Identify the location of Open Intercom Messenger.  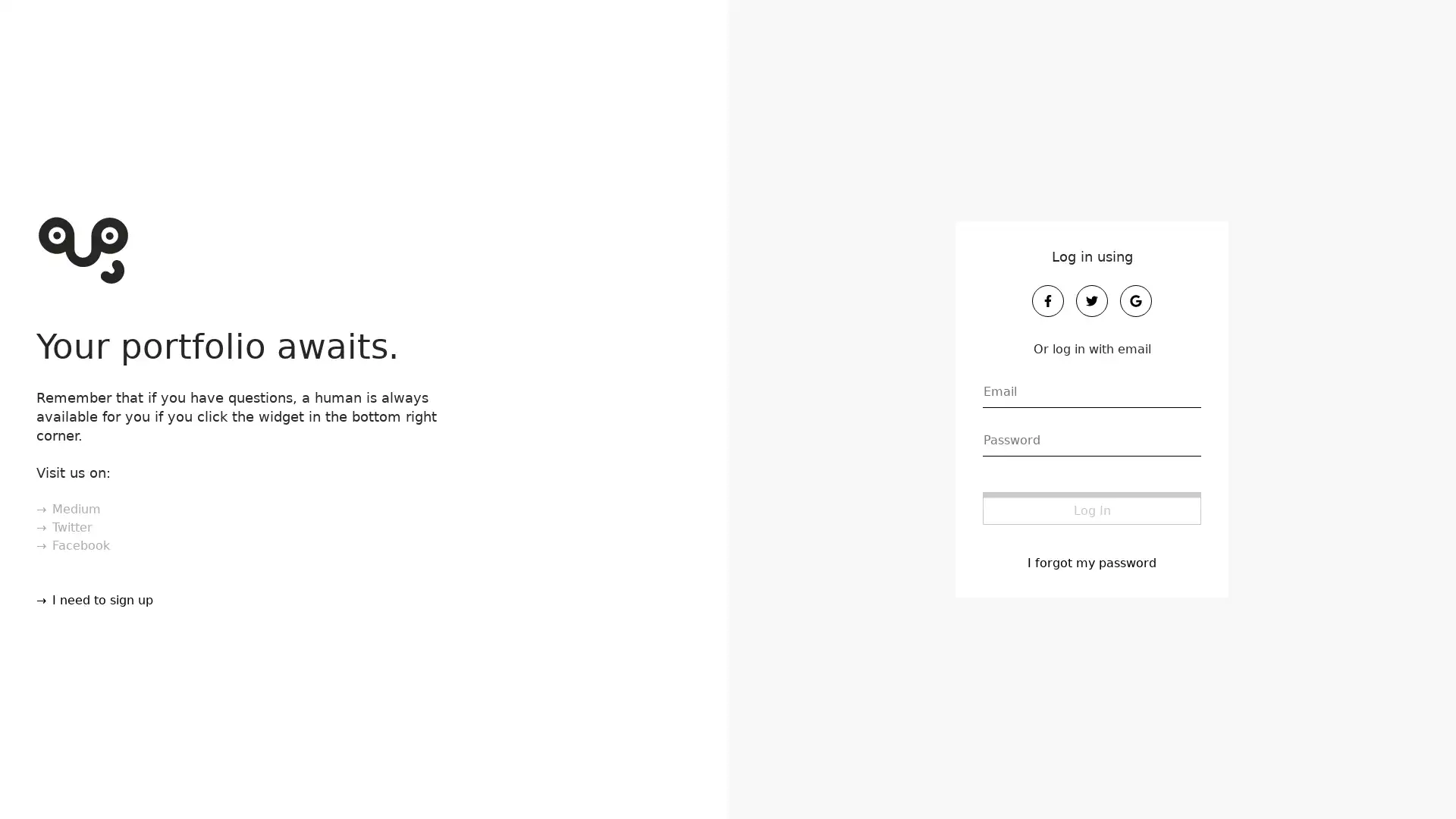
(1417, 780).